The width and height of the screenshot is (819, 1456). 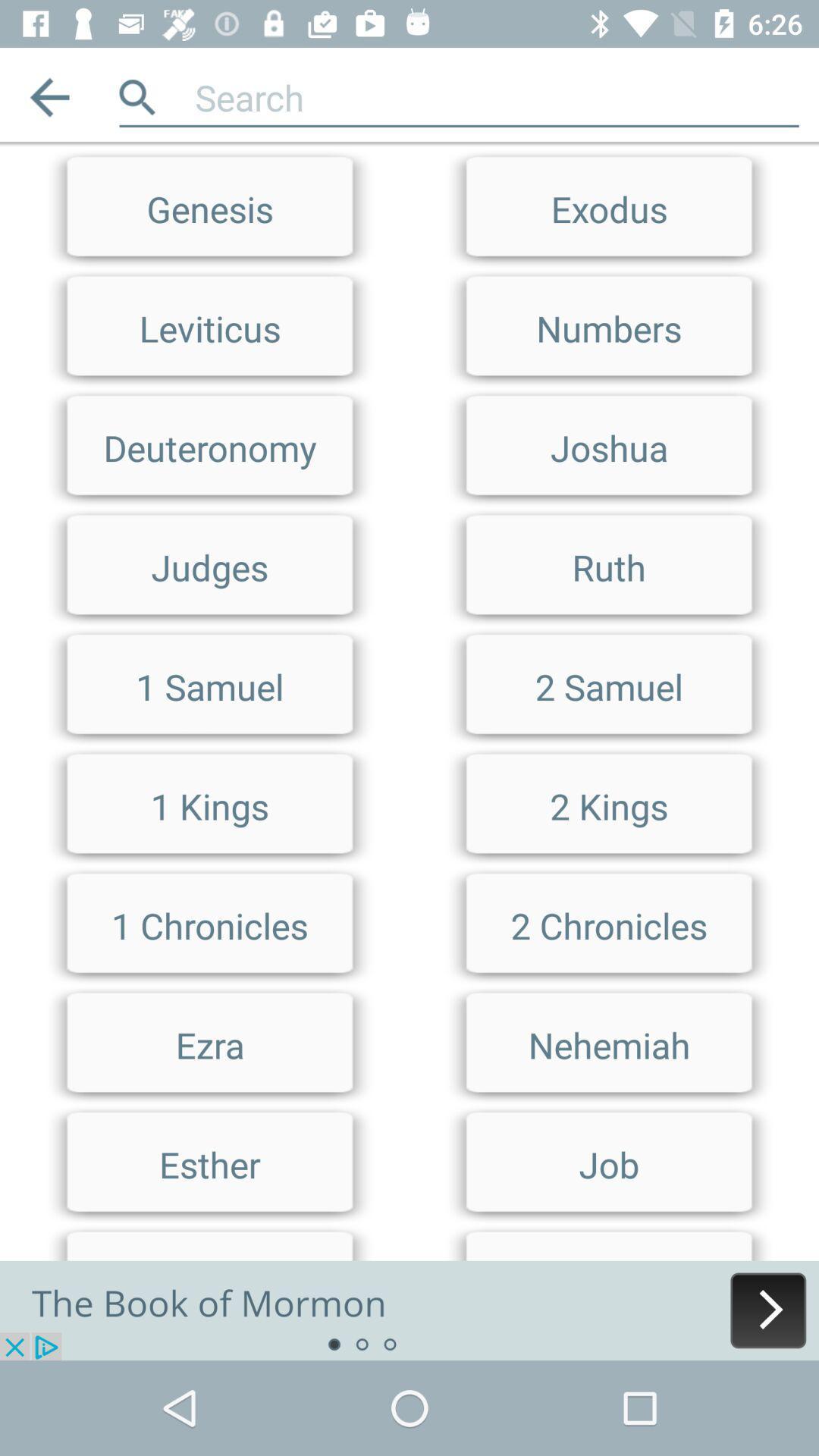 I want to click on search terms, so click(x=409, y=148).